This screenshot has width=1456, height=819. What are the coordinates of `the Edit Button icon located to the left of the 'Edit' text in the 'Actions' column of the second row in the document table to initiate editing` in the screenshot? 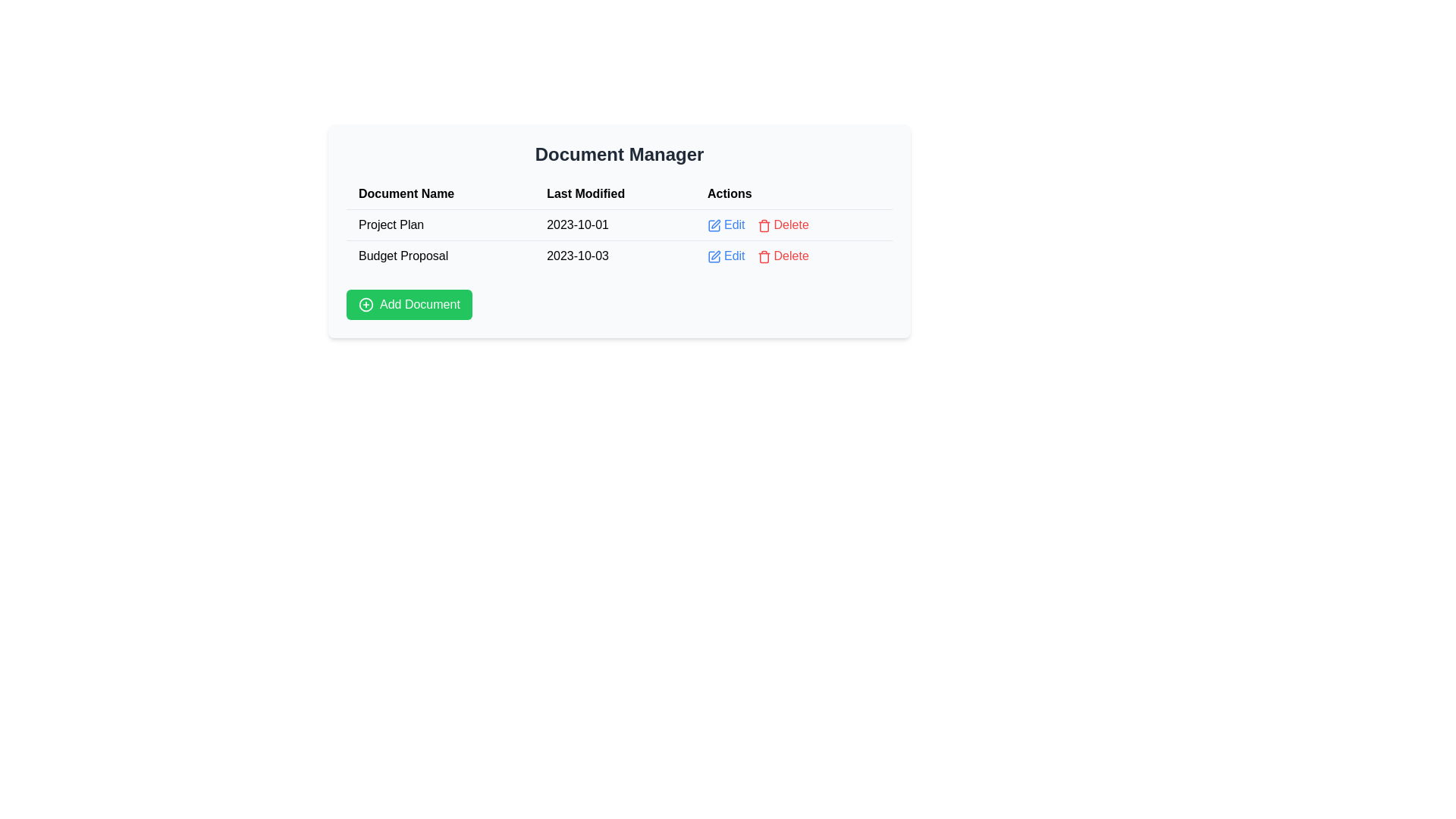 It's located at (713, 256).